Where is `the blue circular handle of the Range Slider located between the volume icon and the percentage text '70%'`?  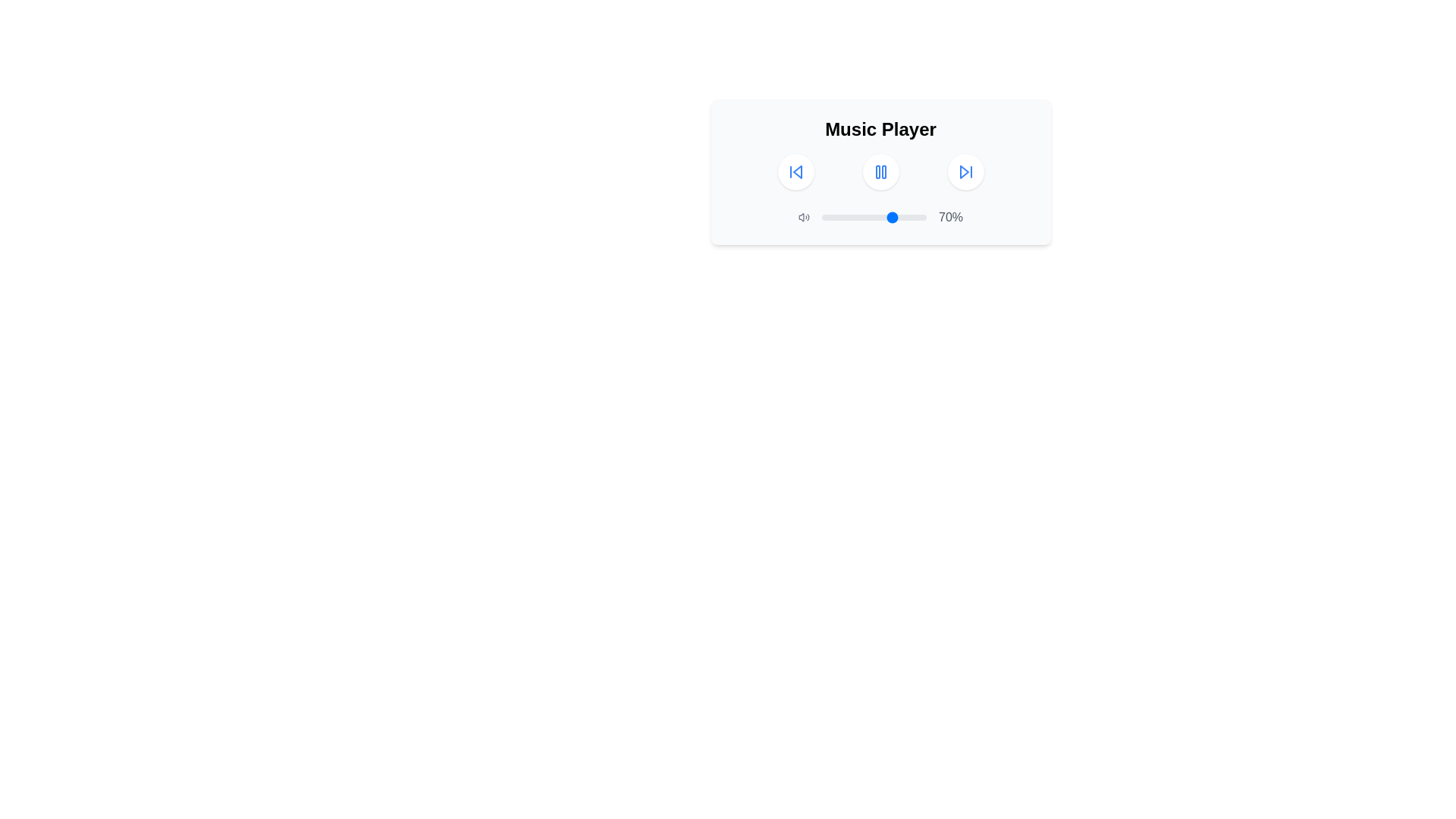
the blue circular handle of the Range Slider located between the volume icon and the percentage text '70%' is located at coordinates (874, 217).